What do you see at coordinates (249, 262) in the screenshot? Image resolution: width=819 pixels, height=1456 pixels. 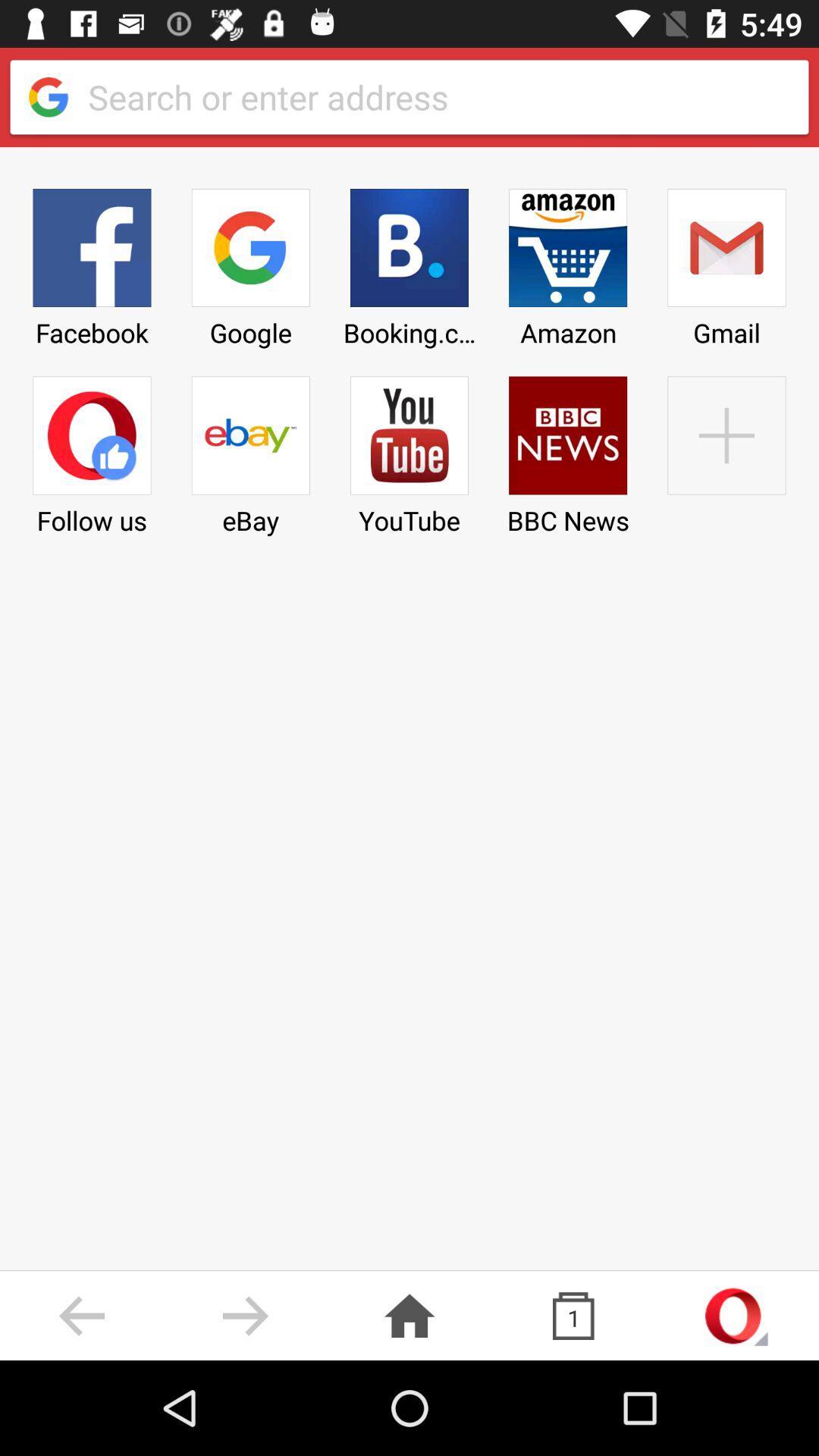 I see `the google` at bounding box center [249, 262].